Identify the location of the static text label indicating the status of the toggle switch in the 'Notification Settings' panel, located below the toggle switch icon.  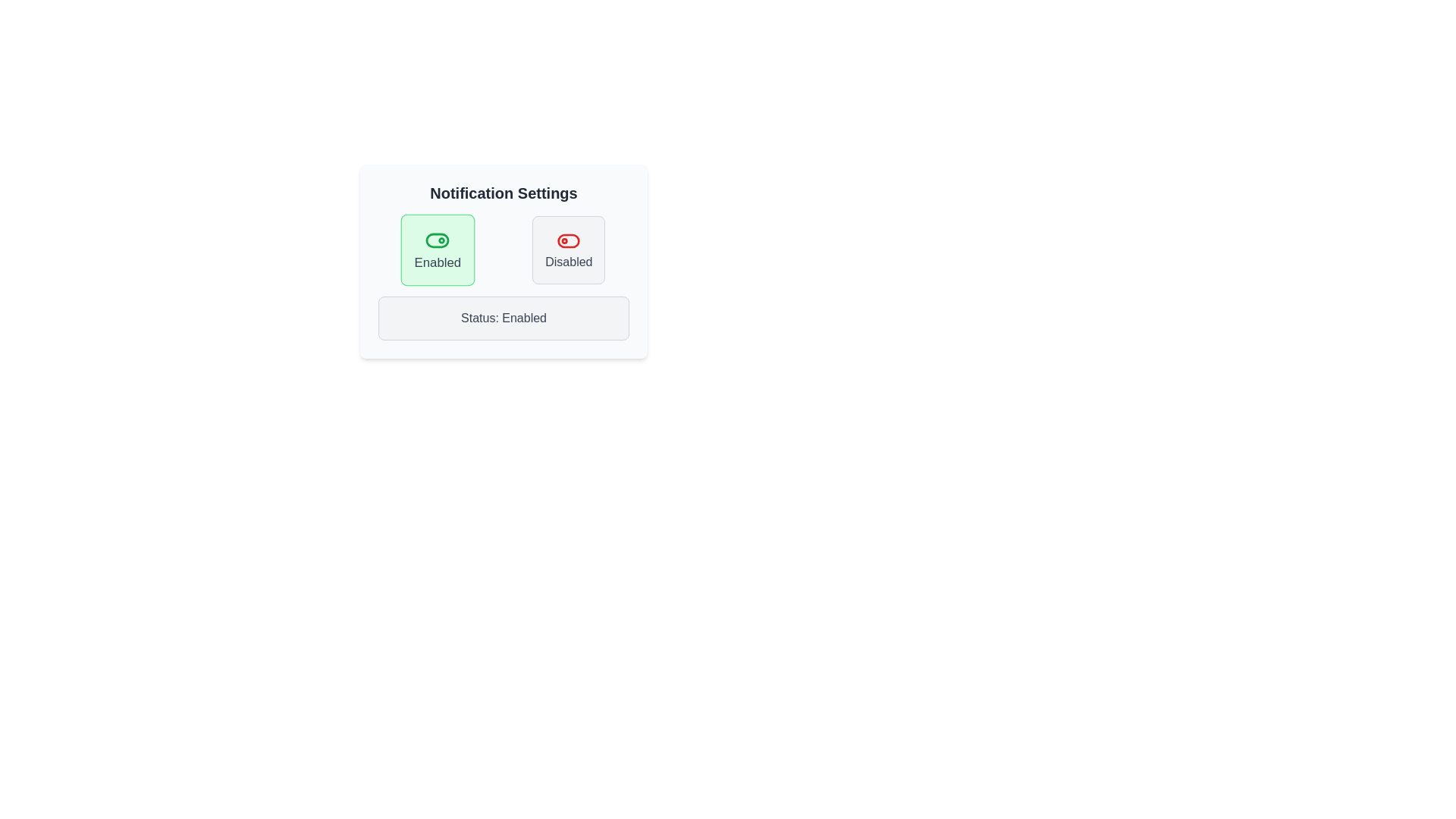
(436, 262).